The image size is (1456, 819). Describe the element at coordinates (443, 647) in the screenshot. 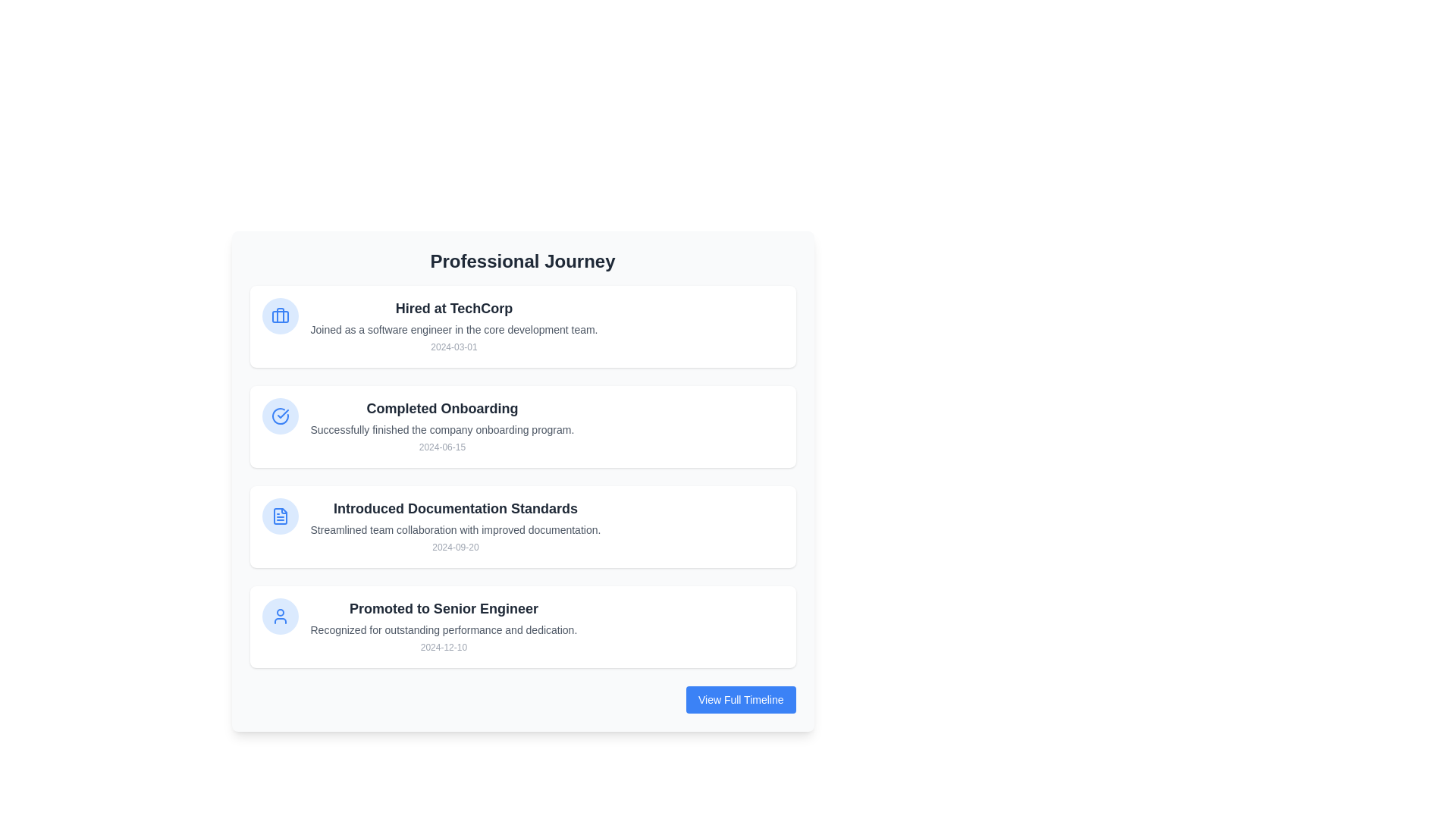

I see `the static text label displaying the promotion event date located at the bottom right of the 'Promoted to Senior Engineer' entry` at that location.